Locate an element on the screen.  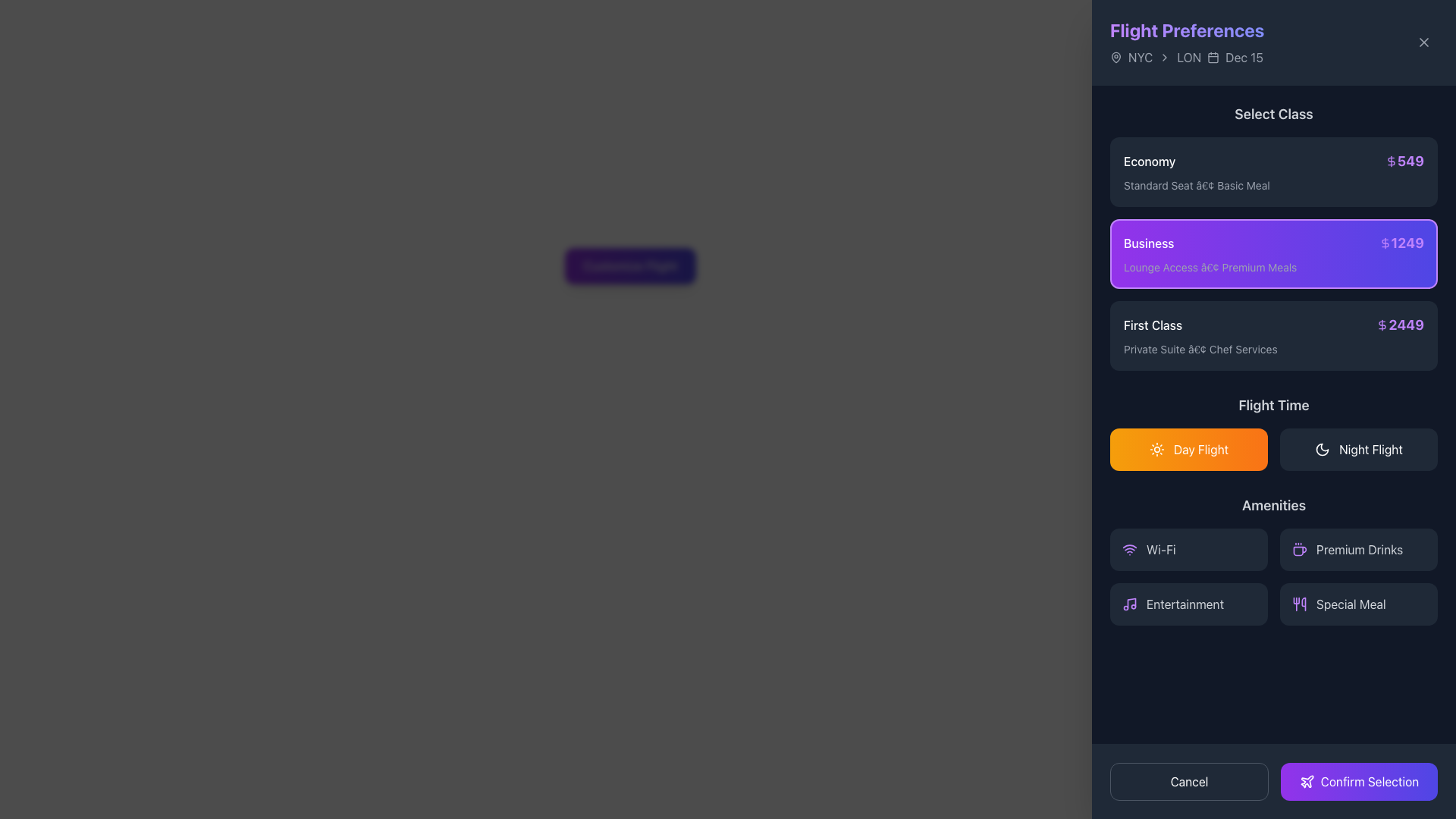
the purple coffee cup icon, which is the leftmost icon in the 'Premium Drinks' grouping under the 'Amenities' header is located at coordinates (1298, 550).